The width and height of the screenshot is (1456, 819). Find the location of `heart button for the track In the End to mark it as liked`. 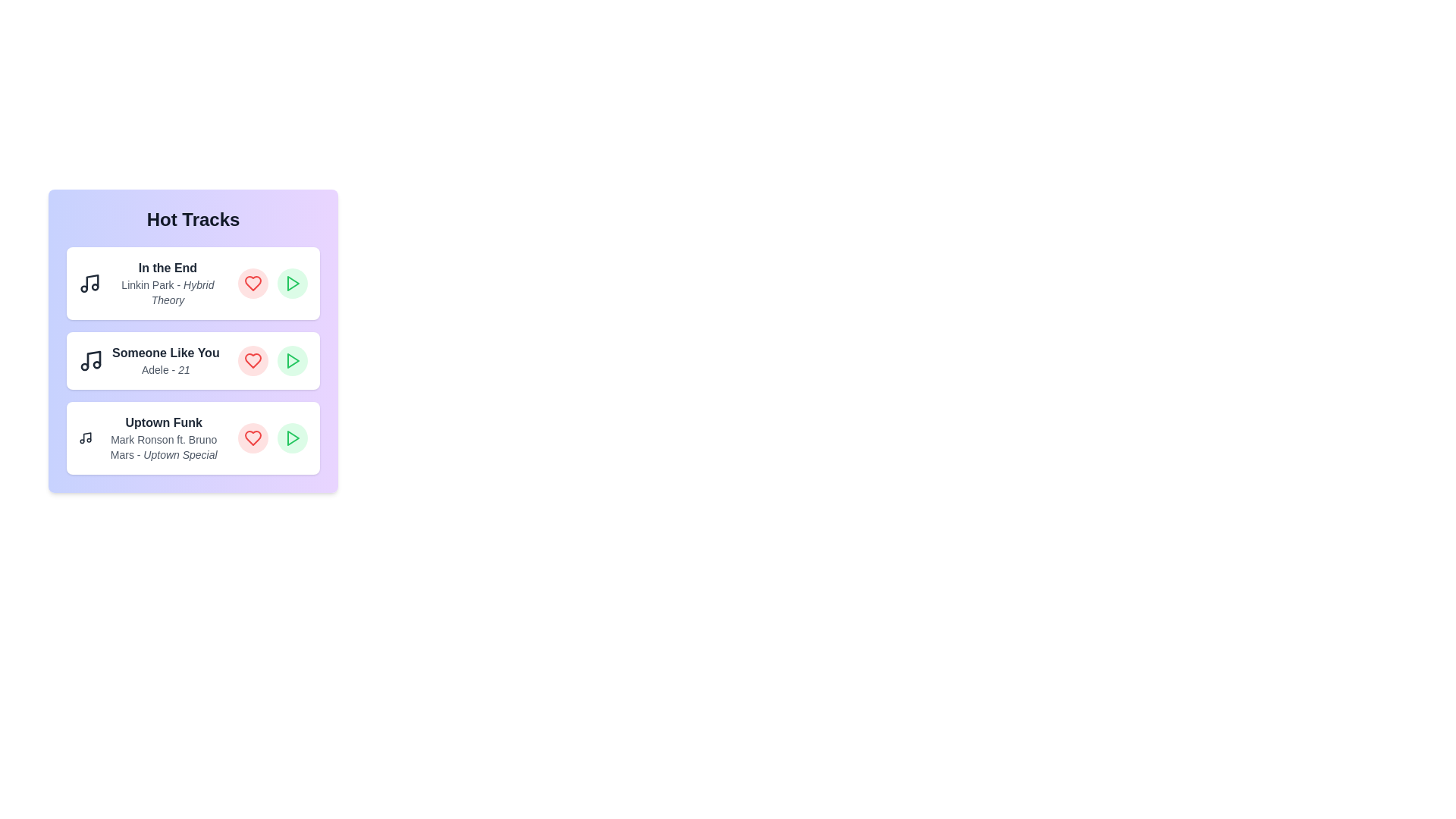

heart button for the track In the End to mark it as liked is located at coordinates (253, 284).